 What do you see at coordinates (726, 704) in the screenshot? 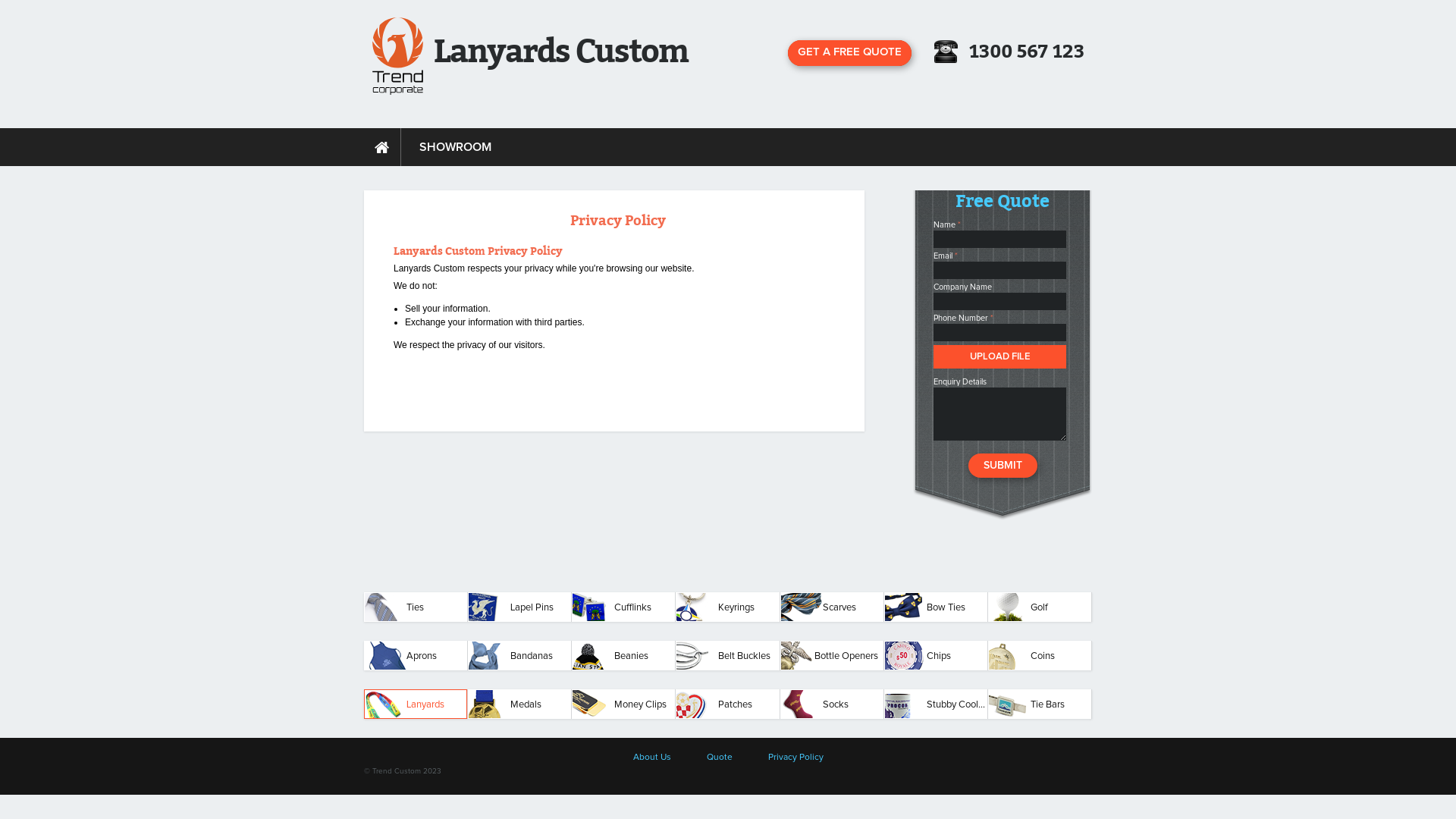
I see `'Patches'` at bounding box center [726, 704].